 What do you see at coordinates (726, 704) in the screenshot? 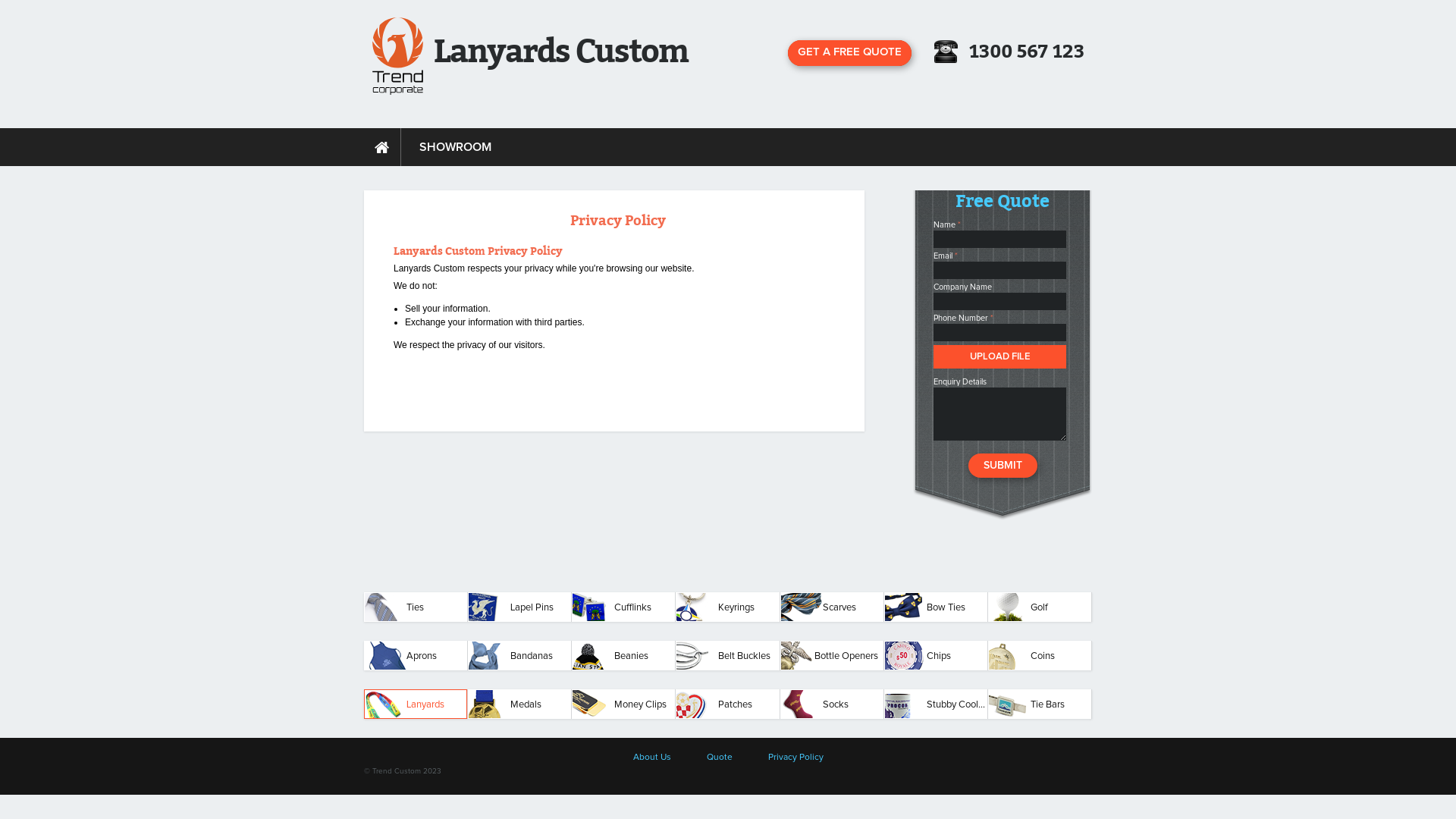
I see `'Patches'` at bounding box center [726, 704].